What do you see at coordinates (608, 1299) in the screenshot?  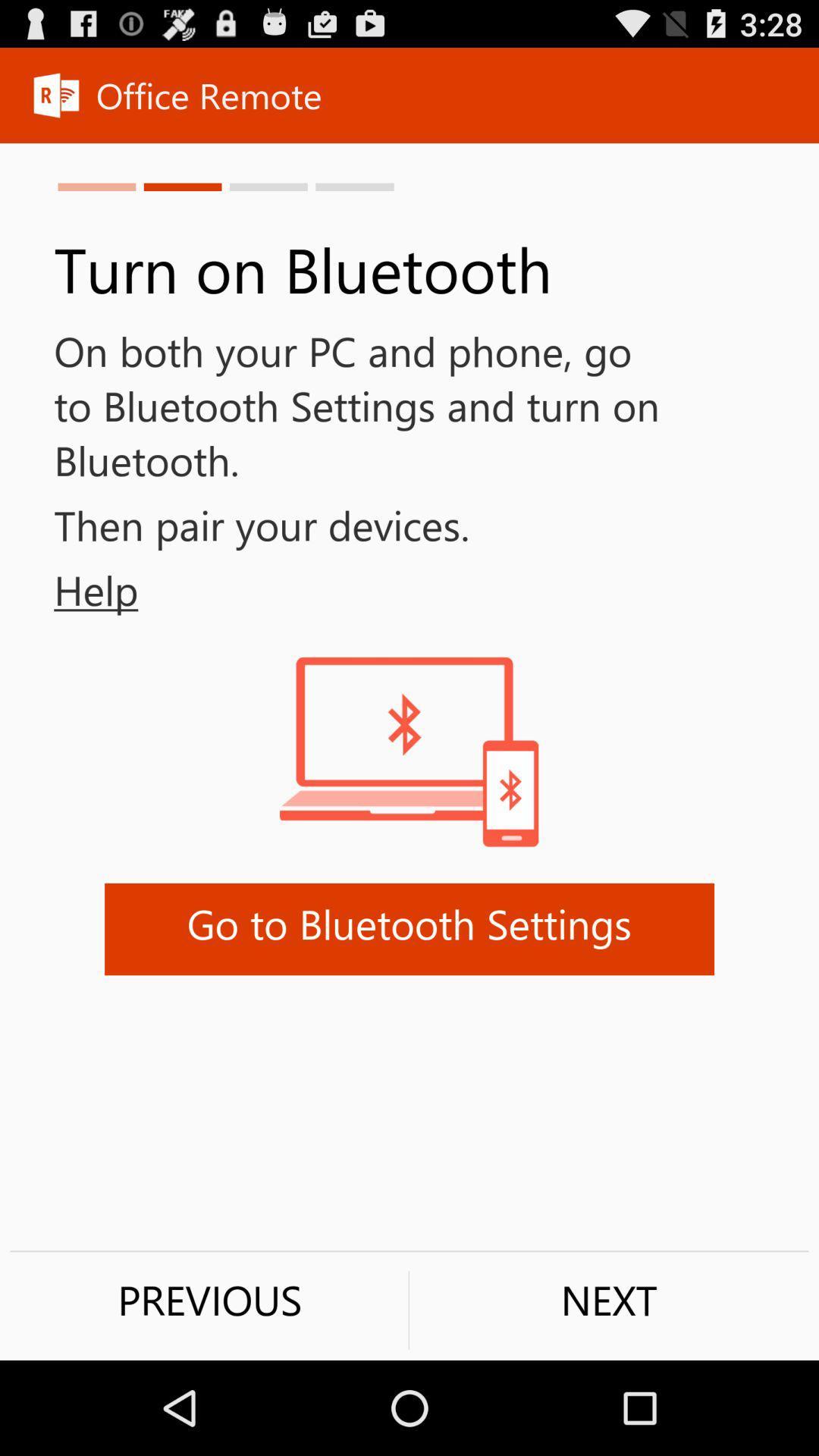 I see `item to the right of the previous item` at bounding box center [608, 1299].